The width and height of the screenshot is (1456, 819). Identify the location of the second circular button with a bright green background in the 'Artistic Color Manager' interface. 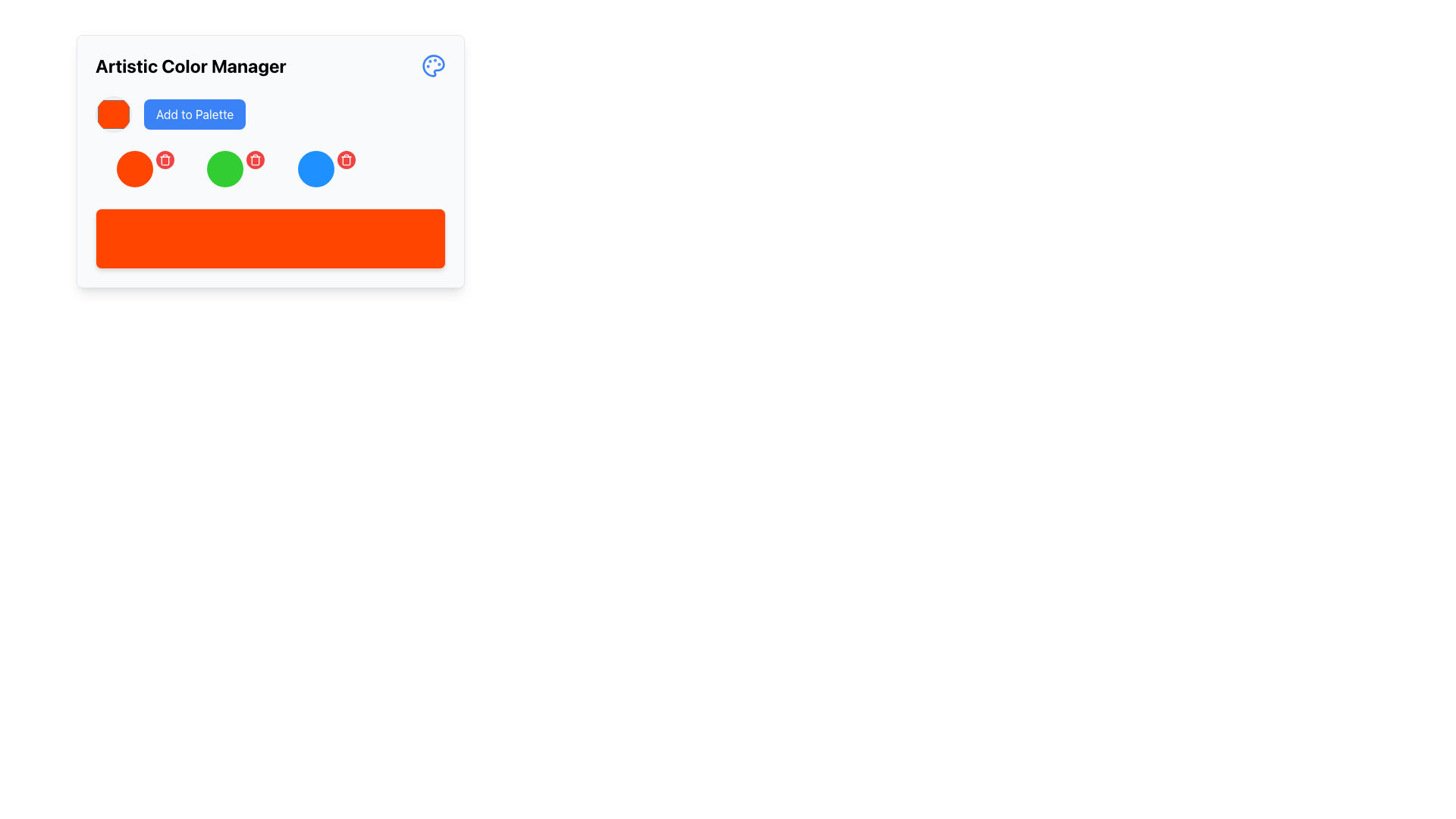
(224, 169).